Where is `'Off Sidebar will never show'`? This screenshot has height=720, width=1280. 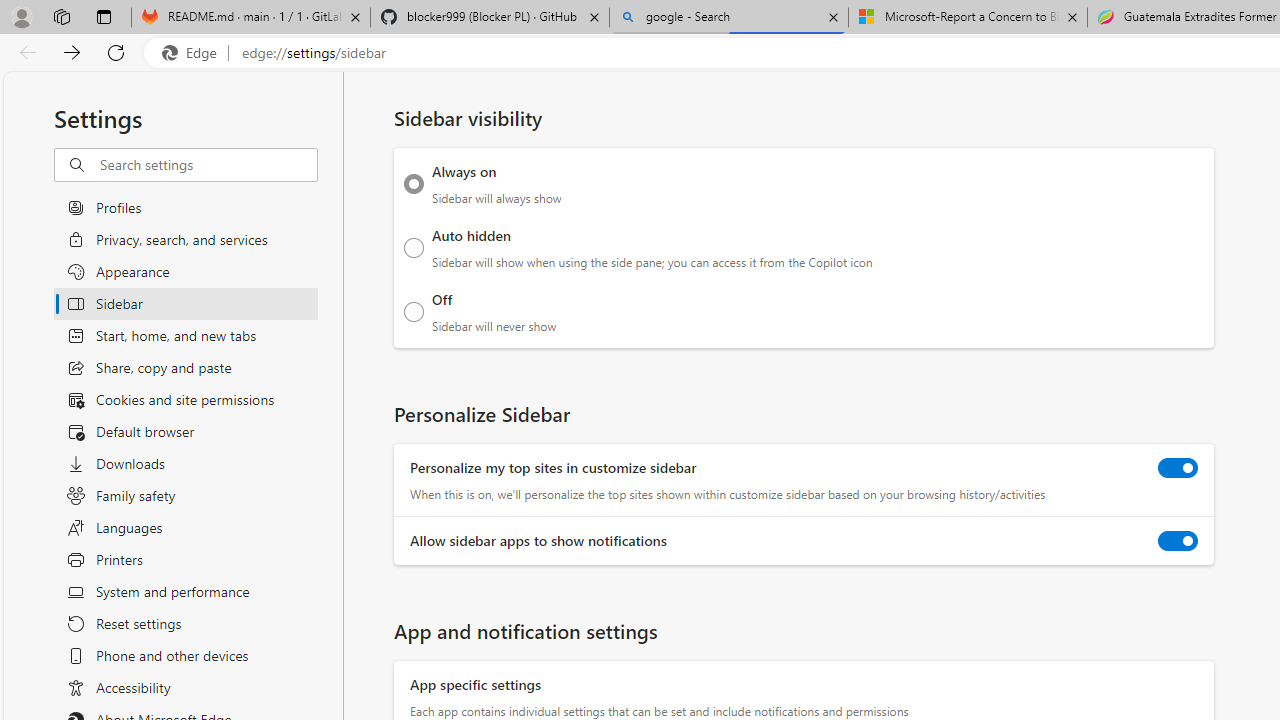
'Off Sidebar will never show' is located at coordinates (413, 311).